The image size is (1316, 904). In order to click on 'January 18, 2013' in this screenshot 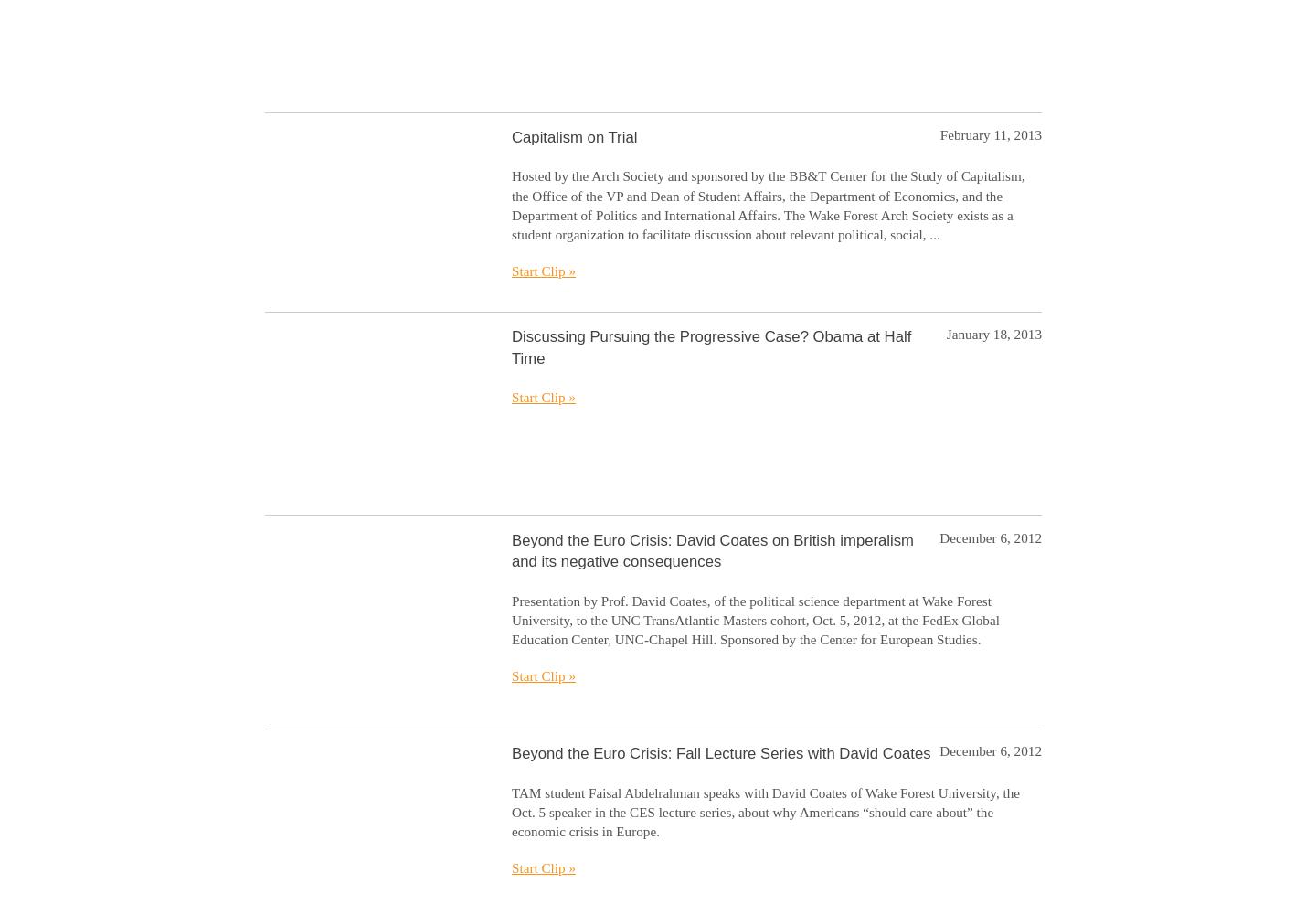, I will do `click(992, 333)`.